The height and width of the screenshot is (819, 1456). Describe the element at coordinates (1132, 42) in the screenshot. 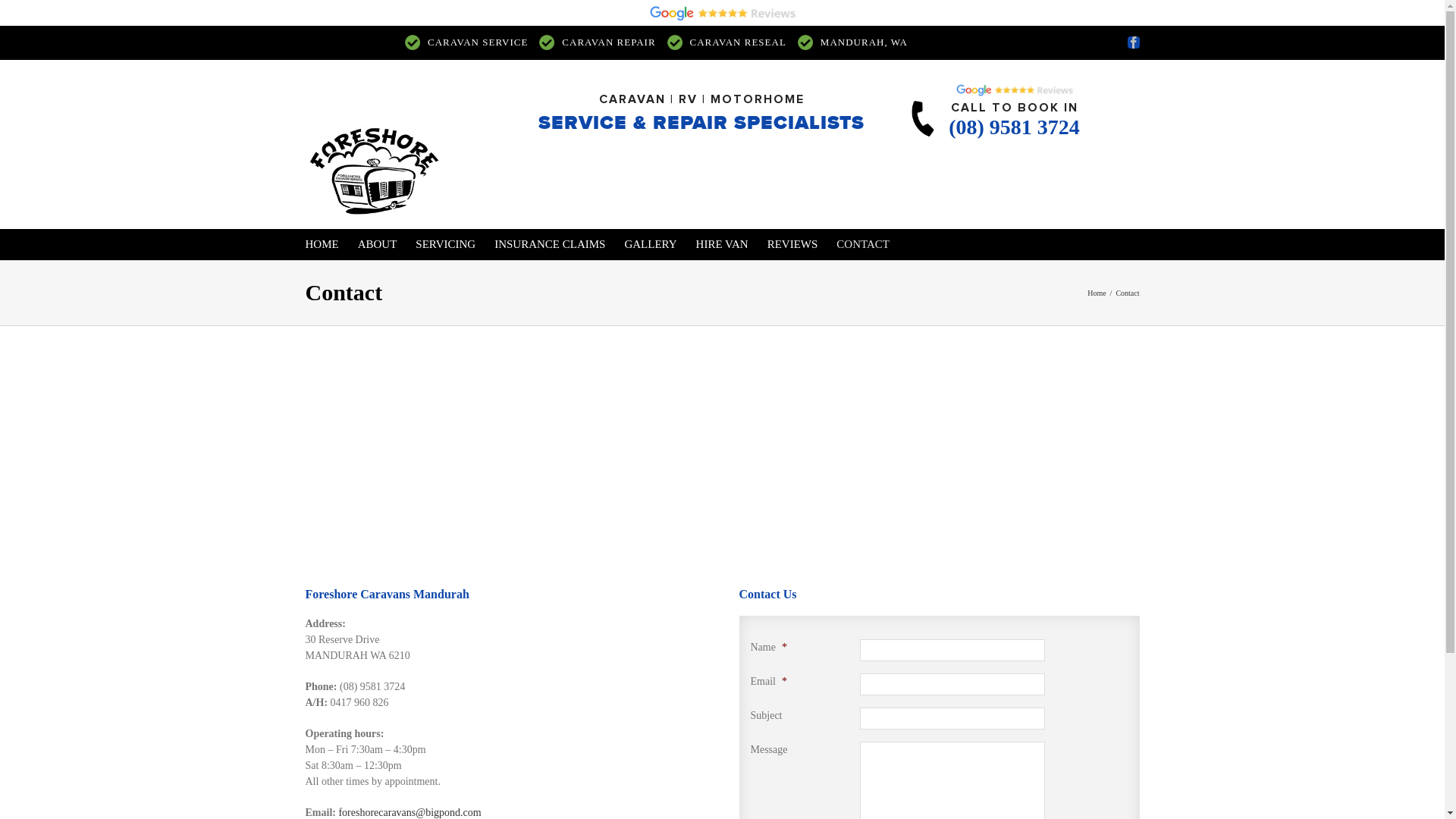

I see `'Facebook'` at that location.